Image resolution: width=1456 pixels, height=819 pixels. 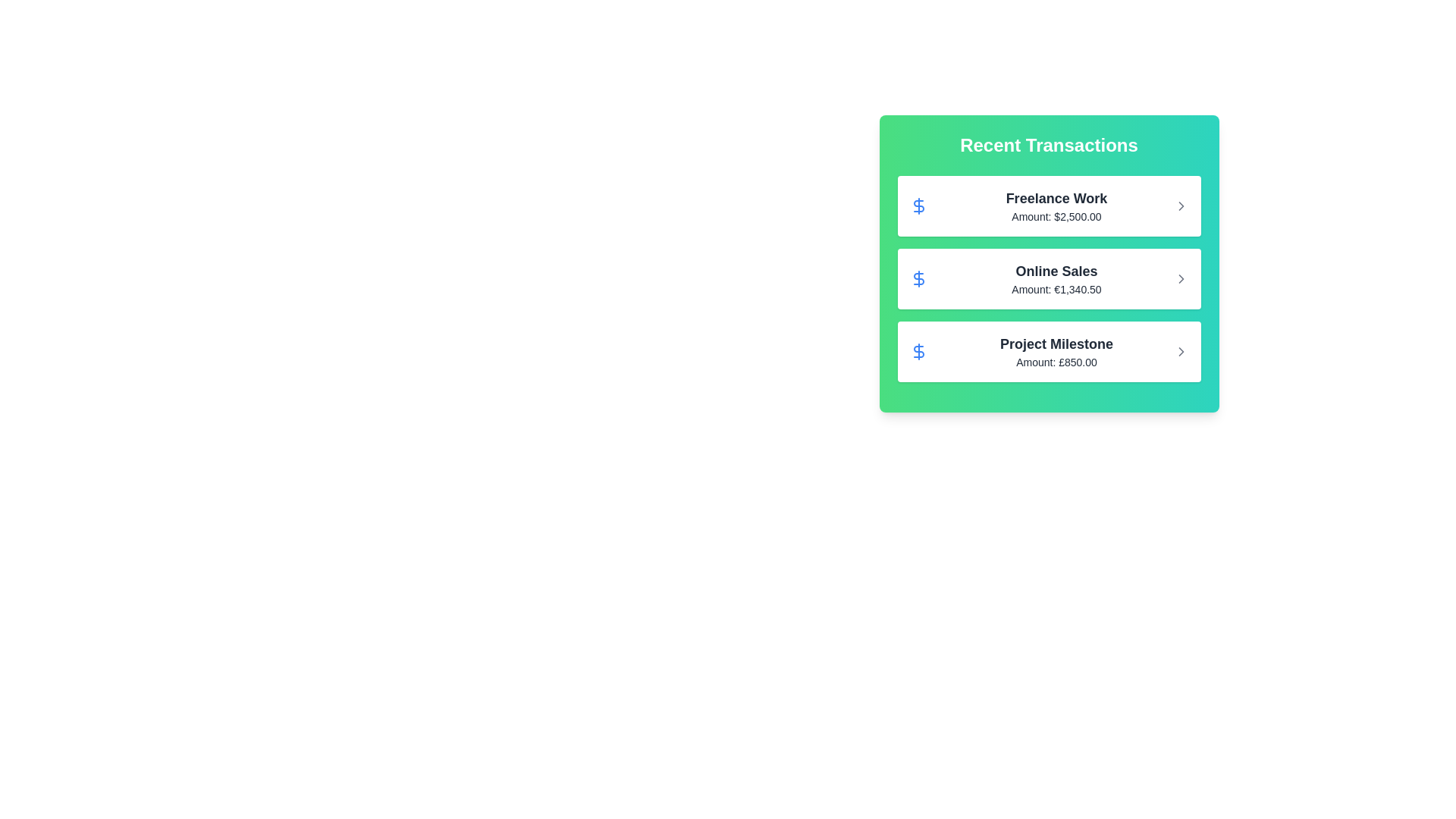 I want to click on monetary amount displayed in the Text label located below 'Project Milestone' in the third item of recent transactions, so click(x=1056, y=362).